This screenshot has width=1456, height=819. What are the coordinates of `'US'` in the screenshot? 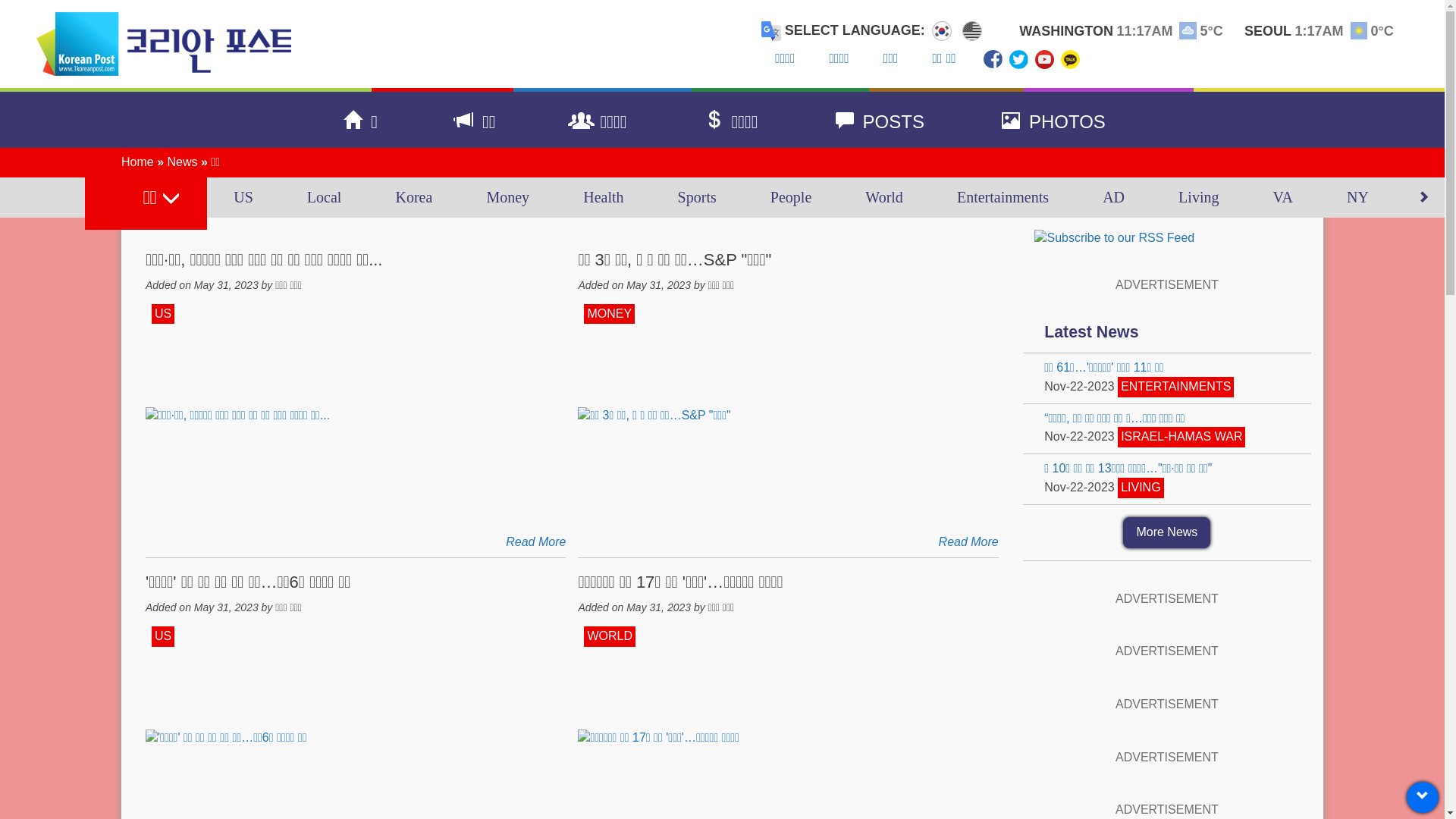 It's located at (243, 197).